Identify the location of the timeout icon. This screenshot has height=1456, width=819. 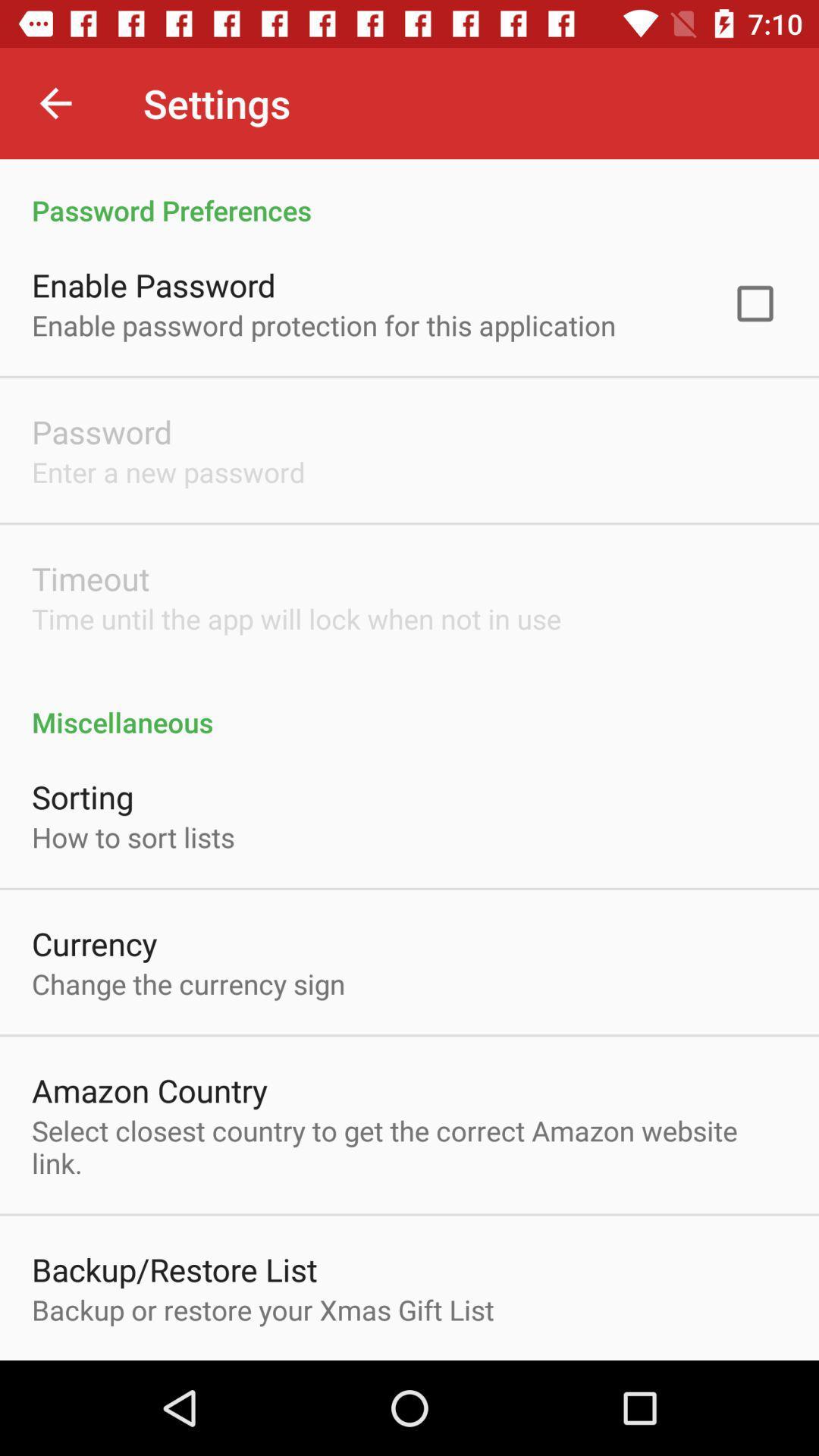
(90, 577).